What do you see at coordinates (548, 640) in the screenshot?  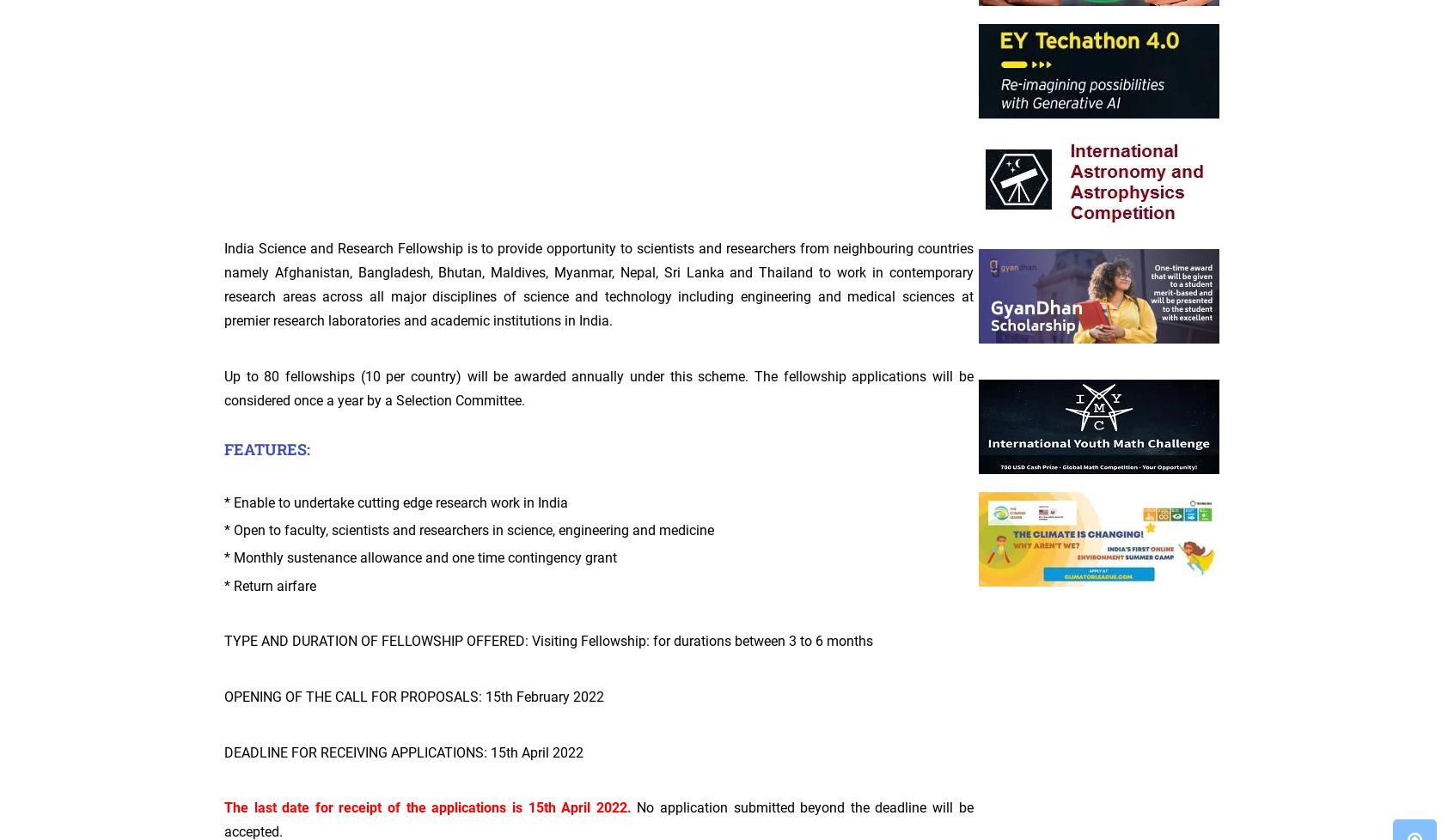 I see `'TYPE AND DURATION OF FELLOWSHIP OFFERED: Visiting Fellowship: for durations between 3 to 6 months'` at bounding box center [548, 640].